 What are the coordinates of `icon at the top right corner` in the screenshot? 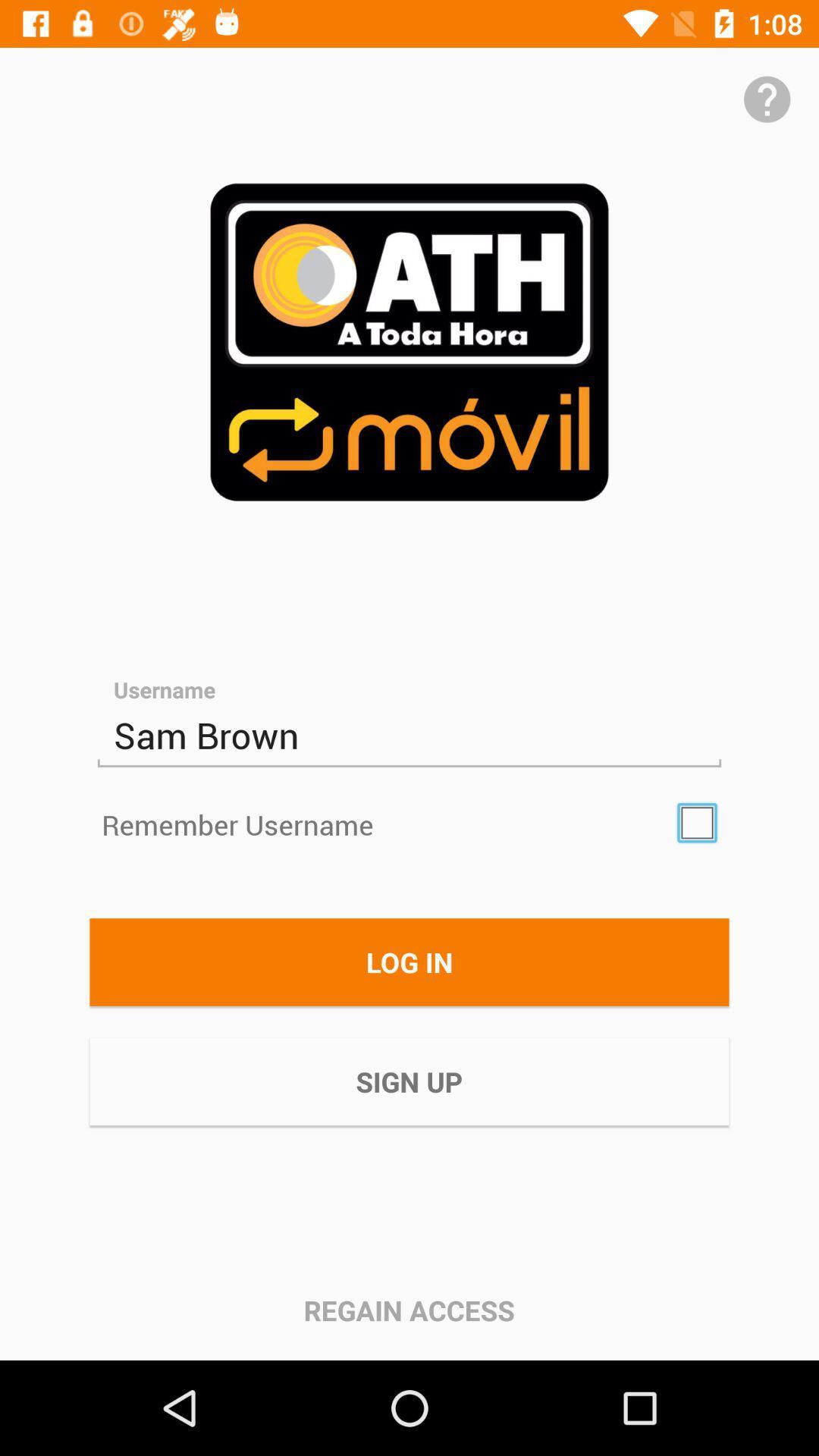 It's located at (767, 99).